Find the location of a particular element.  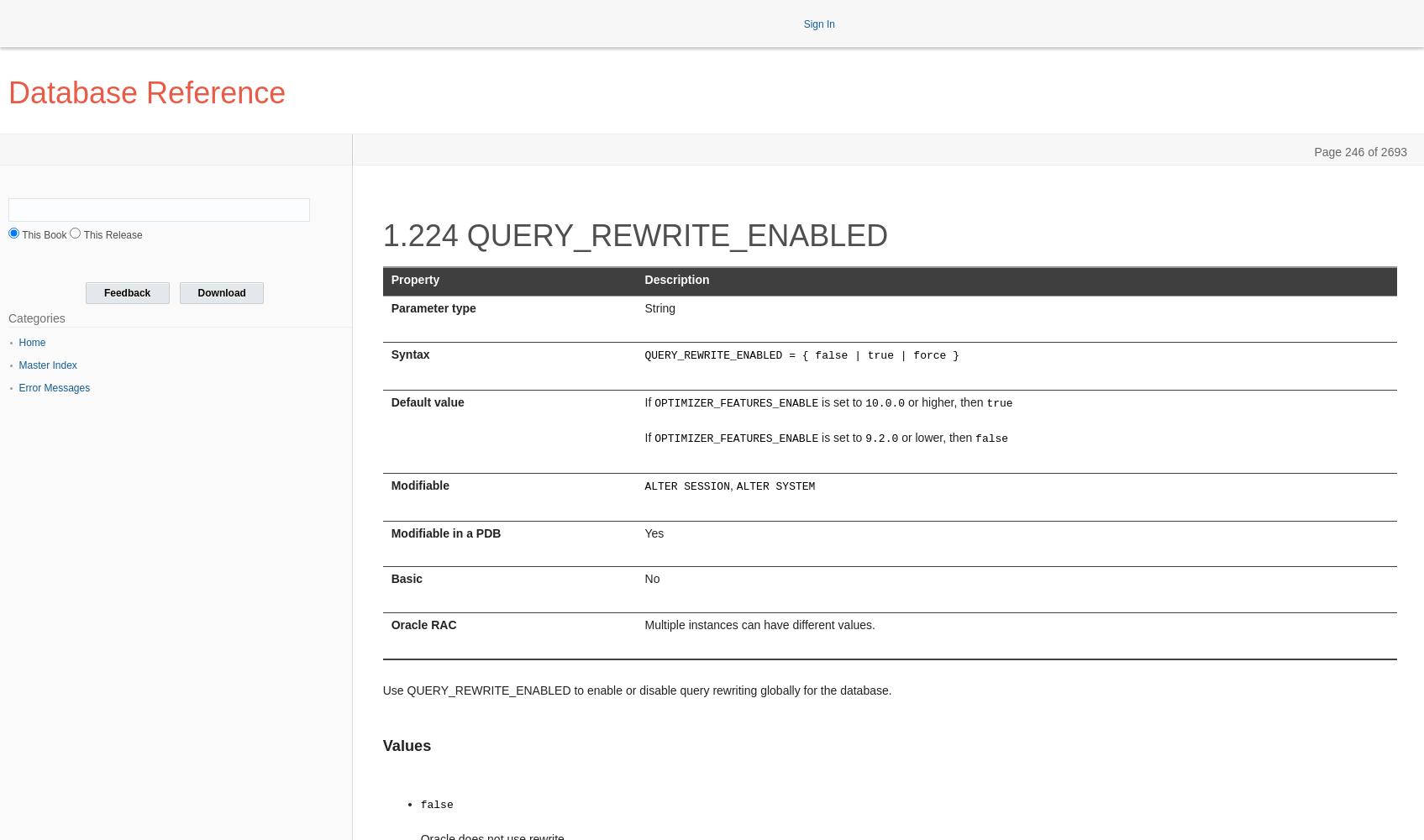

',' is located at coordinates (732, 484).